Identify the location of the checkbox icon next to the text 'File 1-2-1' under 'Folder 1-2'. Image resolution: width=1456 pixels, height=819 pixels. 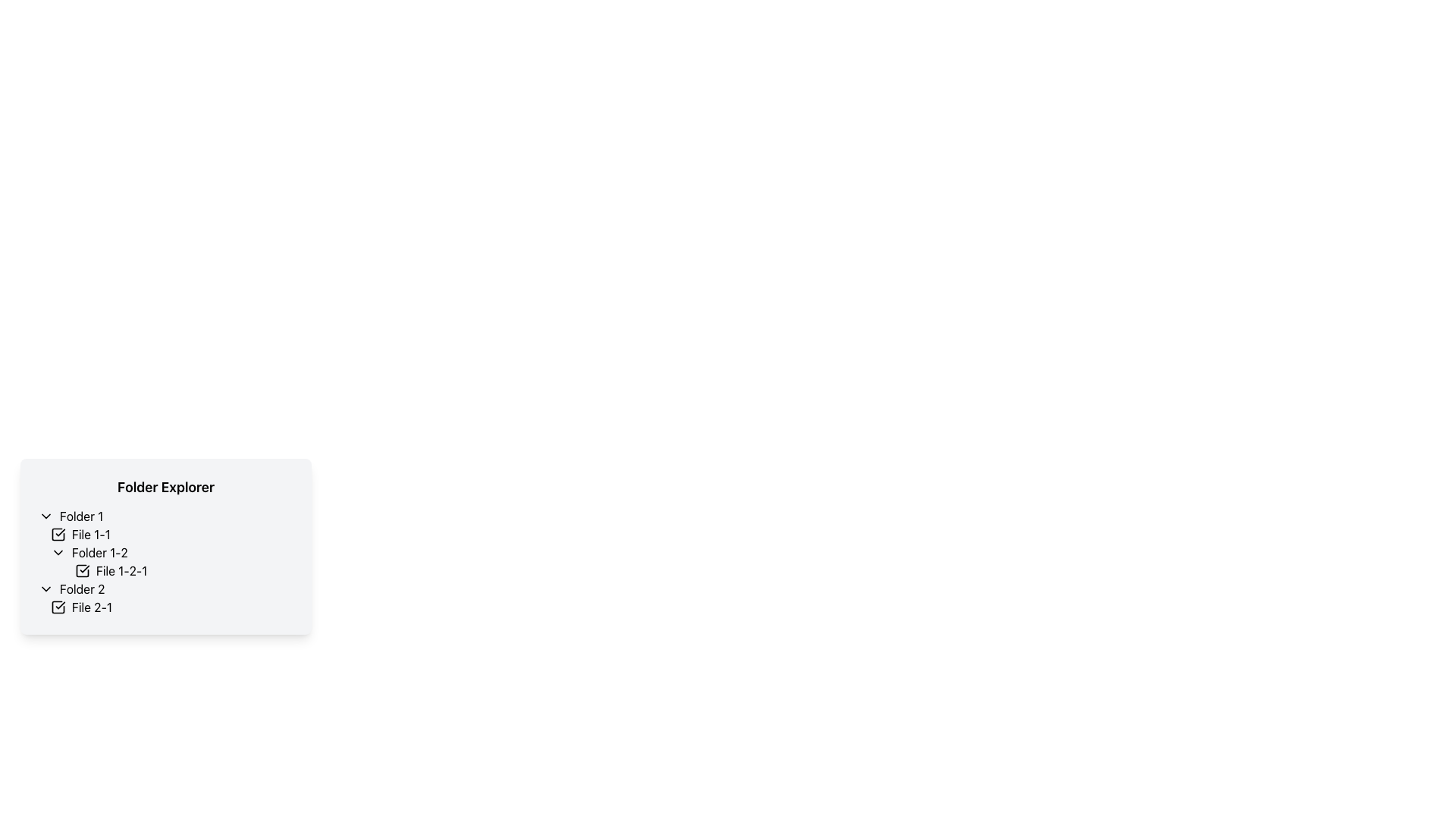
(82, 570).